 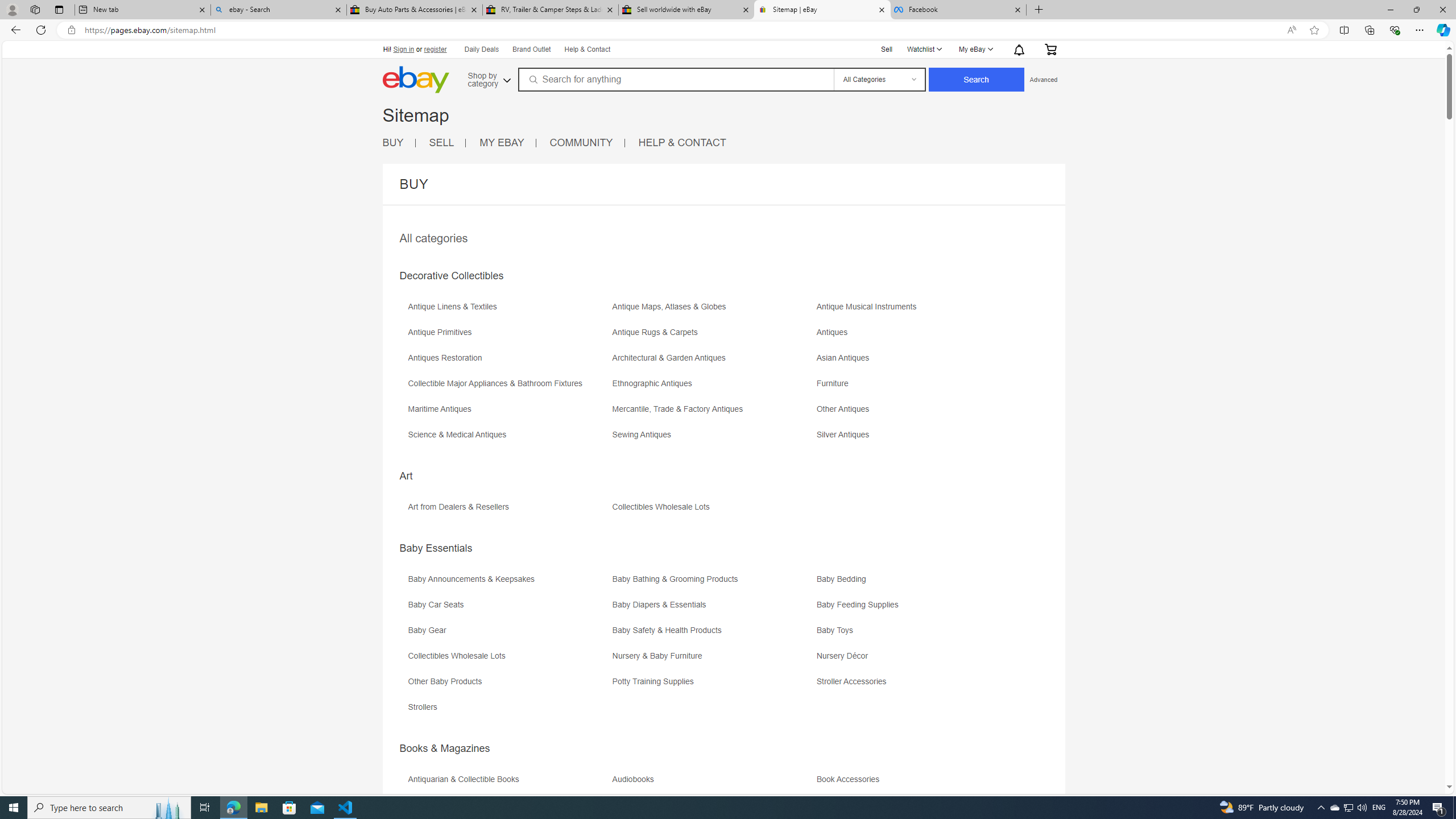 I want to click on 'Read aloud this page (Ctrl+Shift+U)', so click(x=1291, y=30).